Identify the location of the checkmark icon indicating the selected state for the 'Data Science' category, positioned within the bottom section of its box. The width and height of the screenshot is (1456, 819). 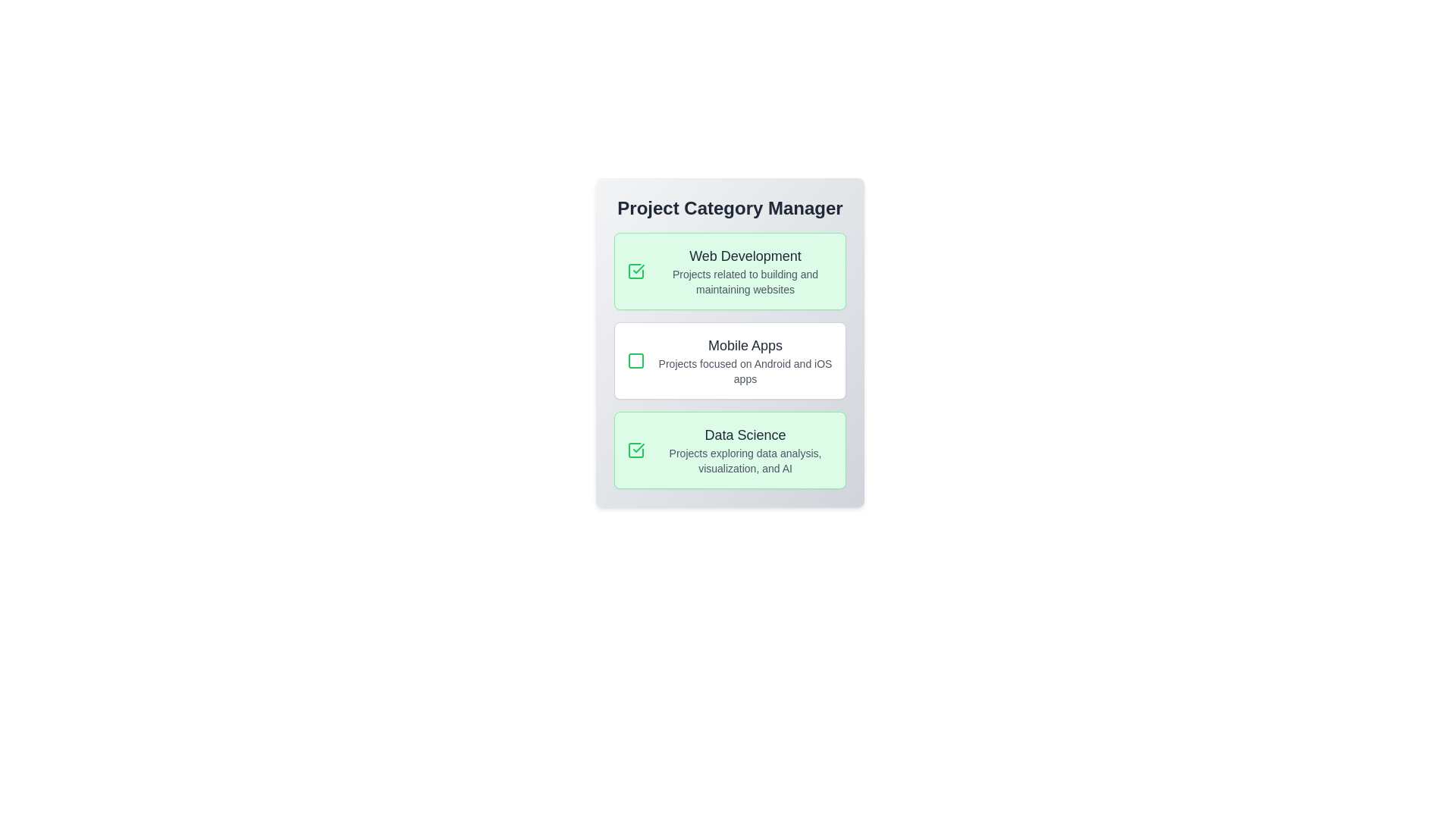
(639, 447).